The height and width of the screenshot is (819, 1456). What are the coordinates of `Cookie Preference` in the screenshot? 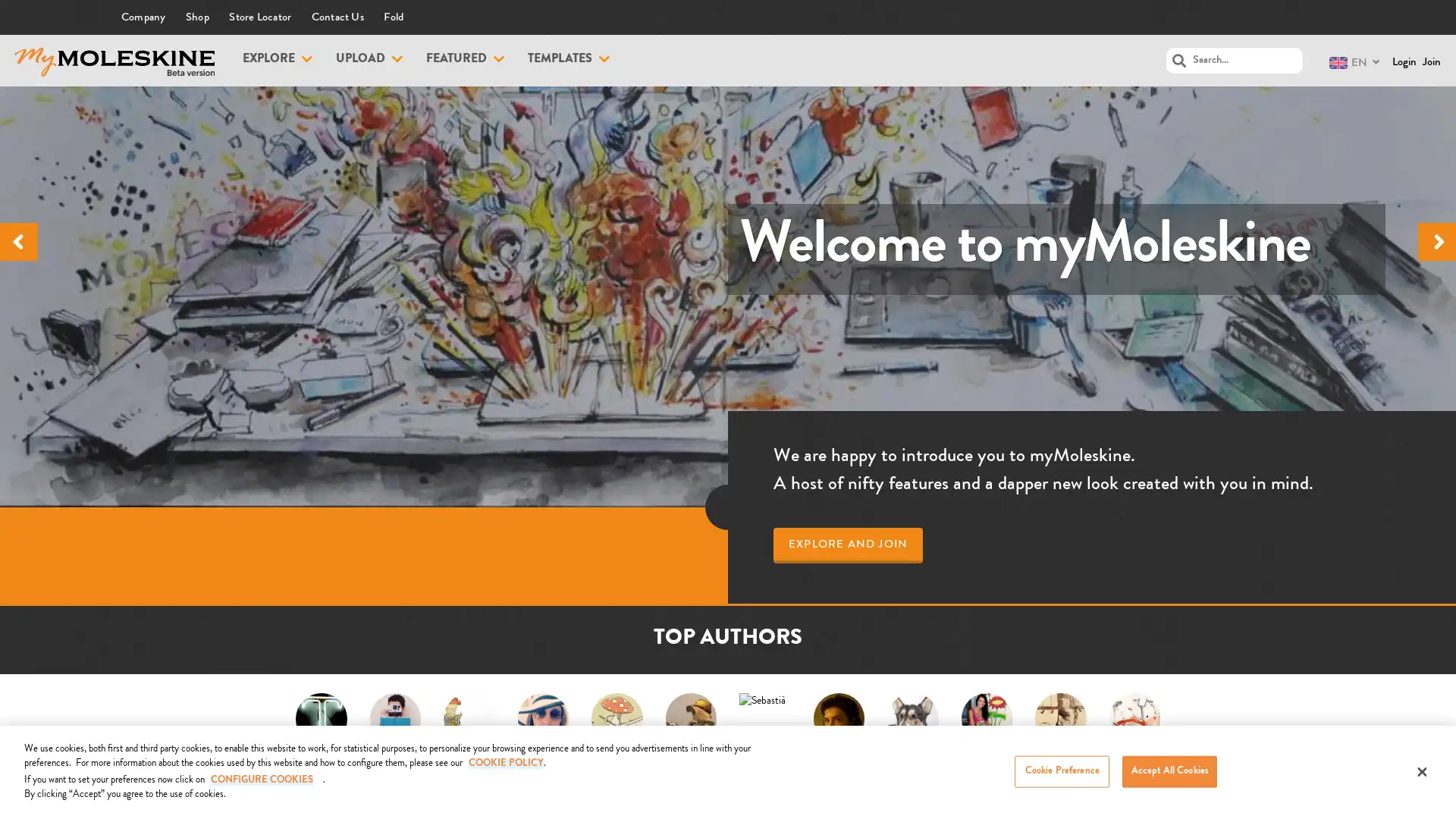 It's located at (1061, 771).